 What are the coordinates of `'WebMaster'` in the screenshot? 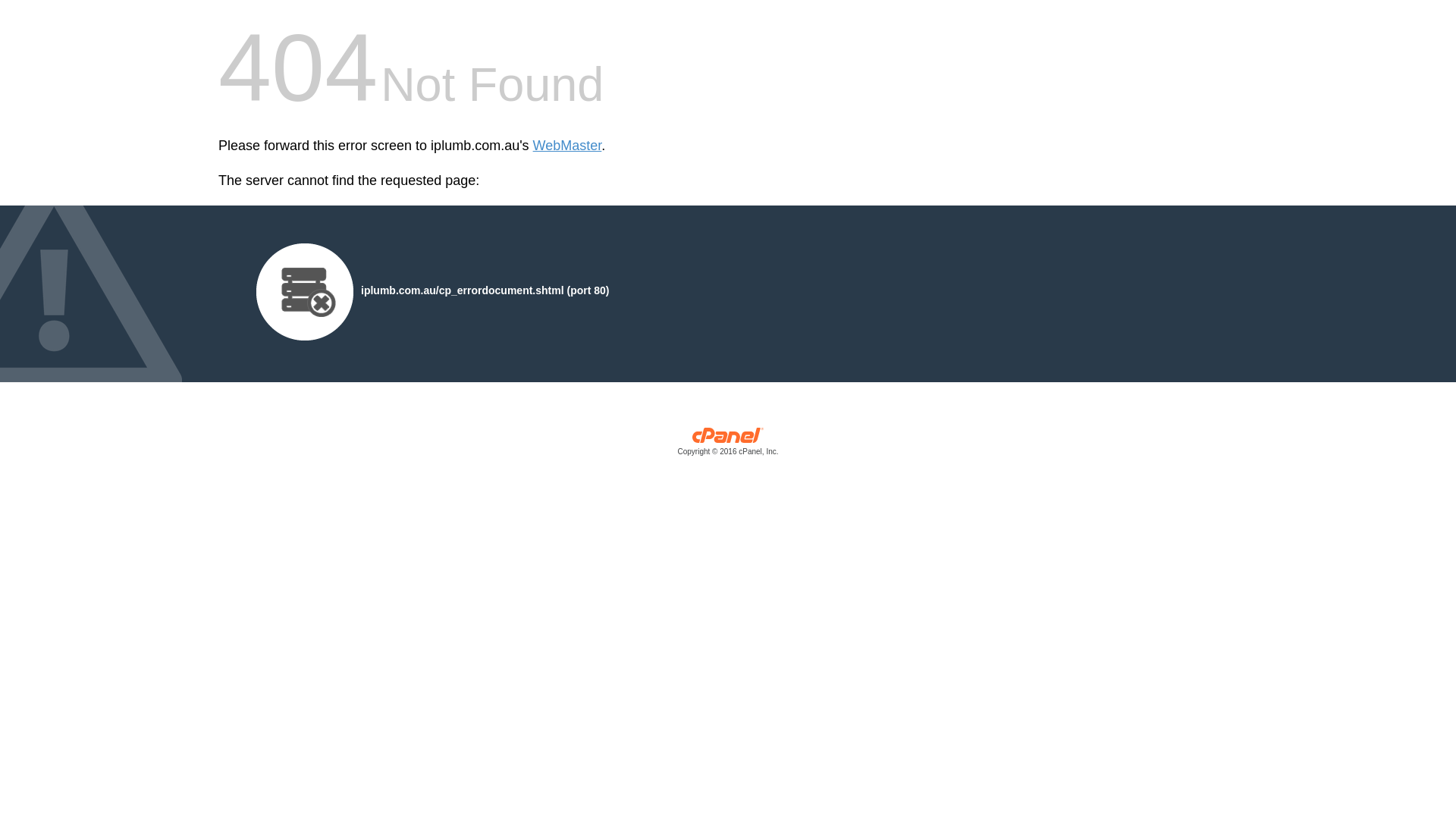 It's located at (566, 146).